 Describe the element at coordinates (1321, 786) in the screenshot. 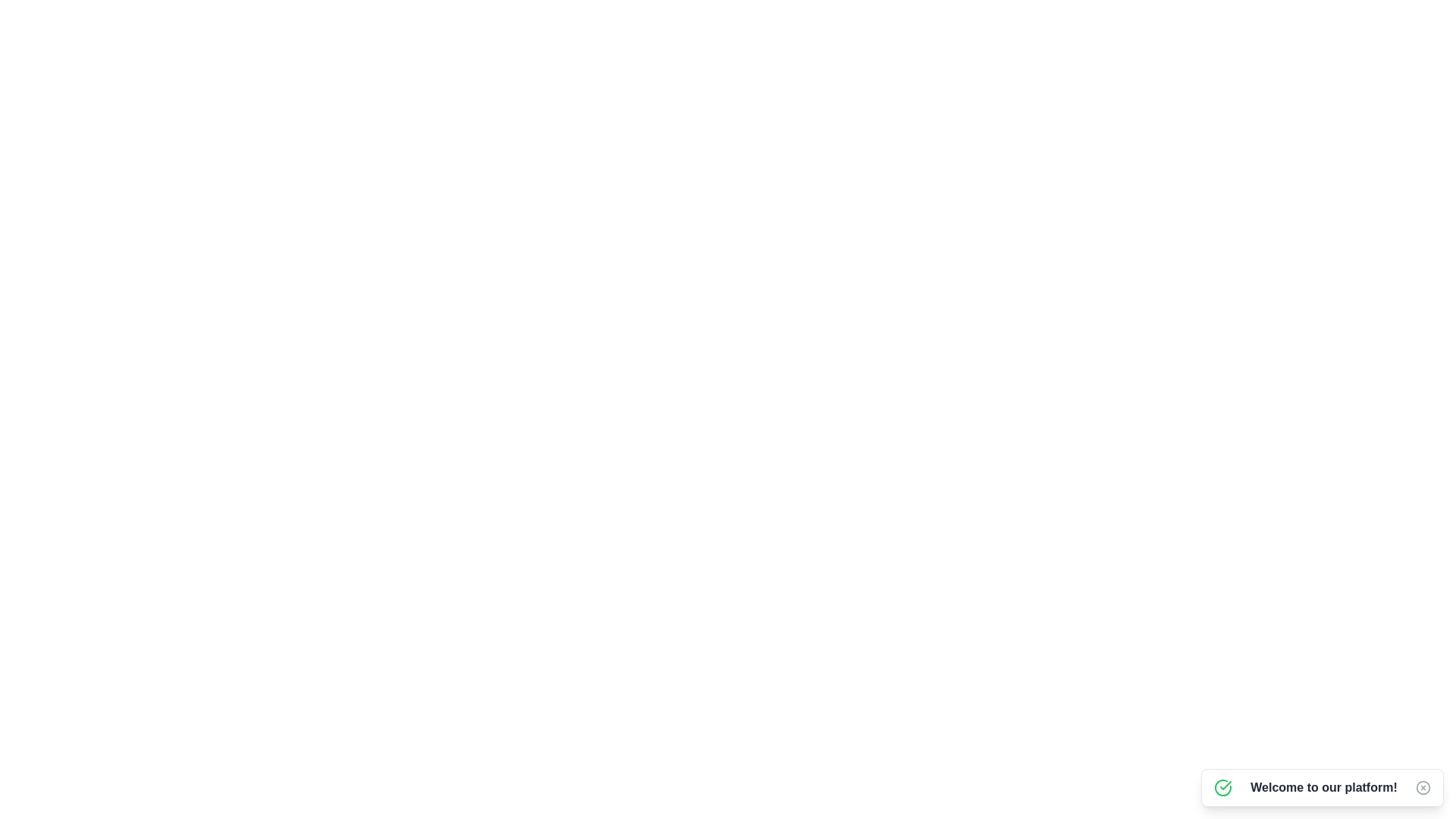

I see `the Notification card located at the bottom-right corner of the interface` at that location.